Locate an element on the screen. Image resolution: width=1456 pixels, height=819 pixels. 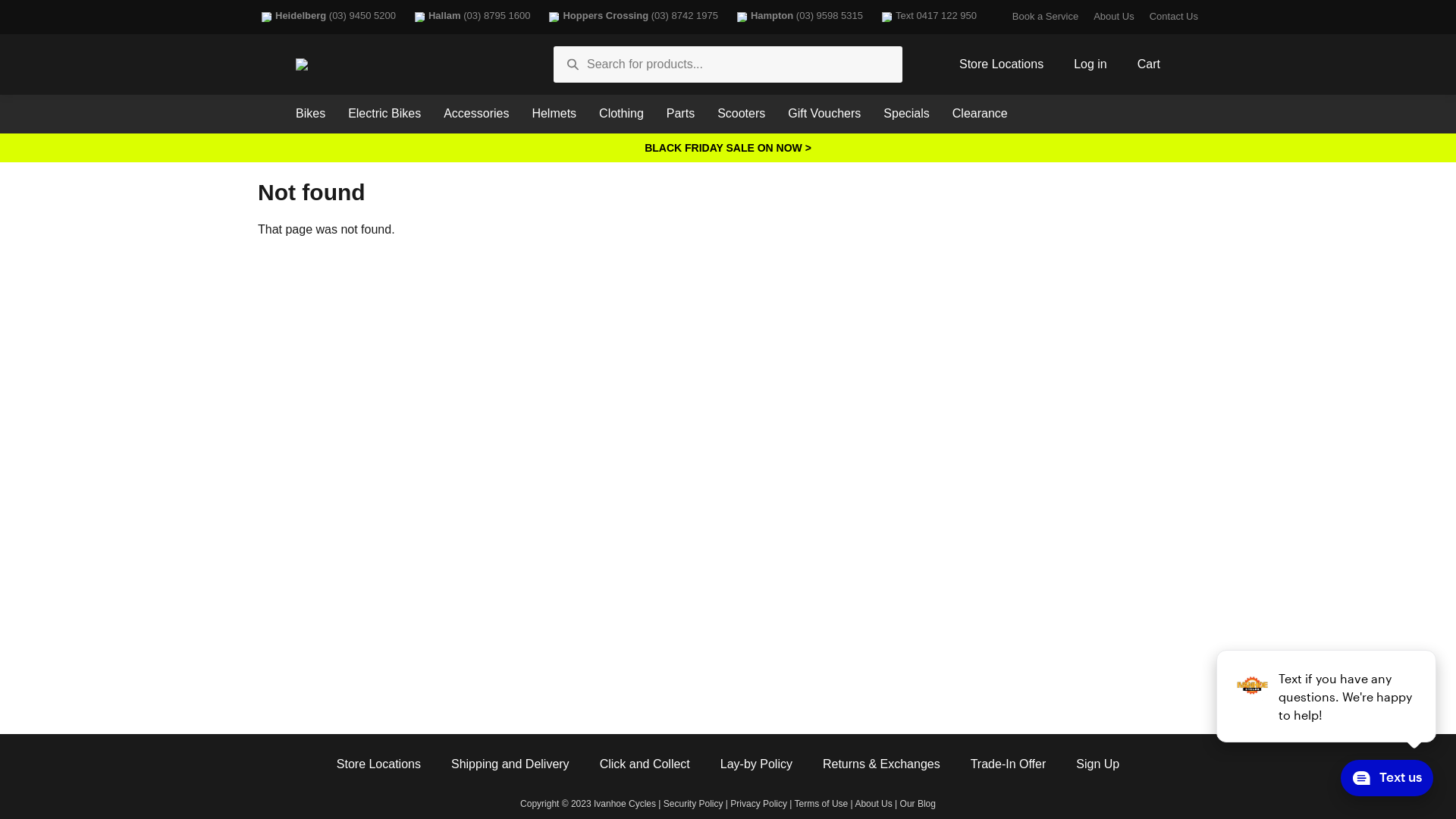
'About Us' is located at coordinates (1093, 17).